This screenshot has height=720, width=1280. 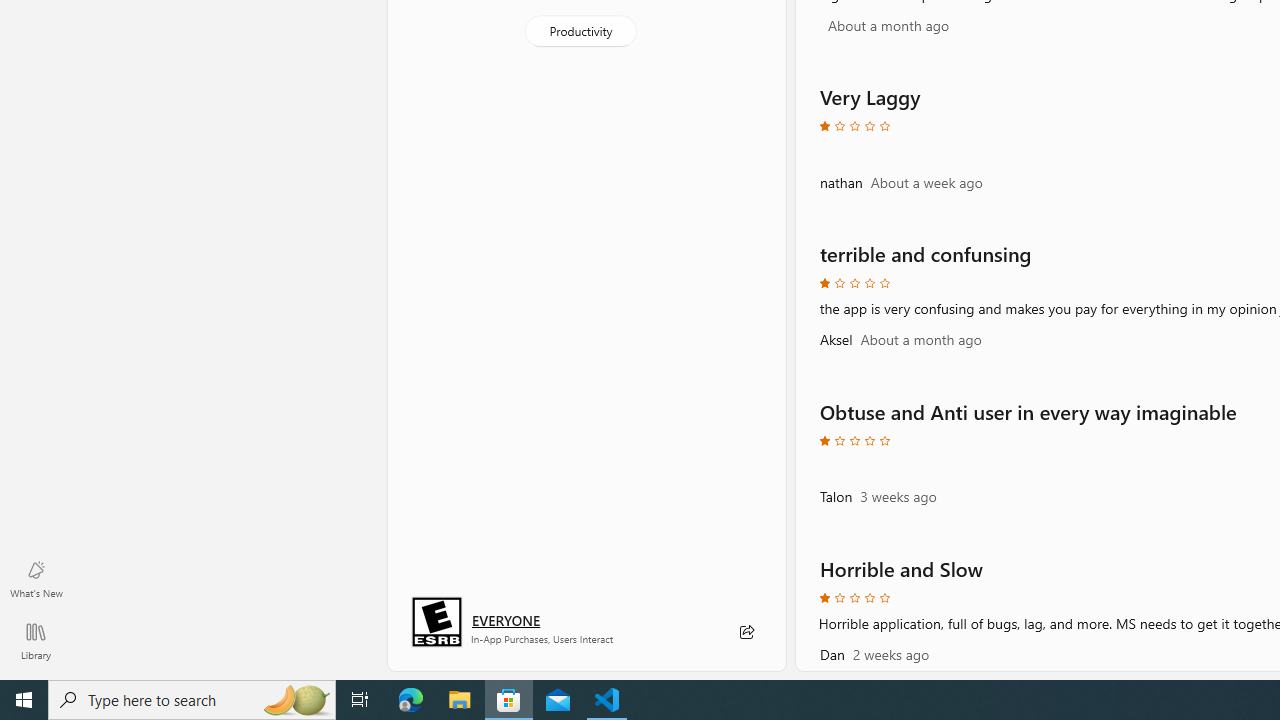 What do you see at coordinates (35, 578) in the screenshot?
I see `'What'` at bounding box center [35, 578].